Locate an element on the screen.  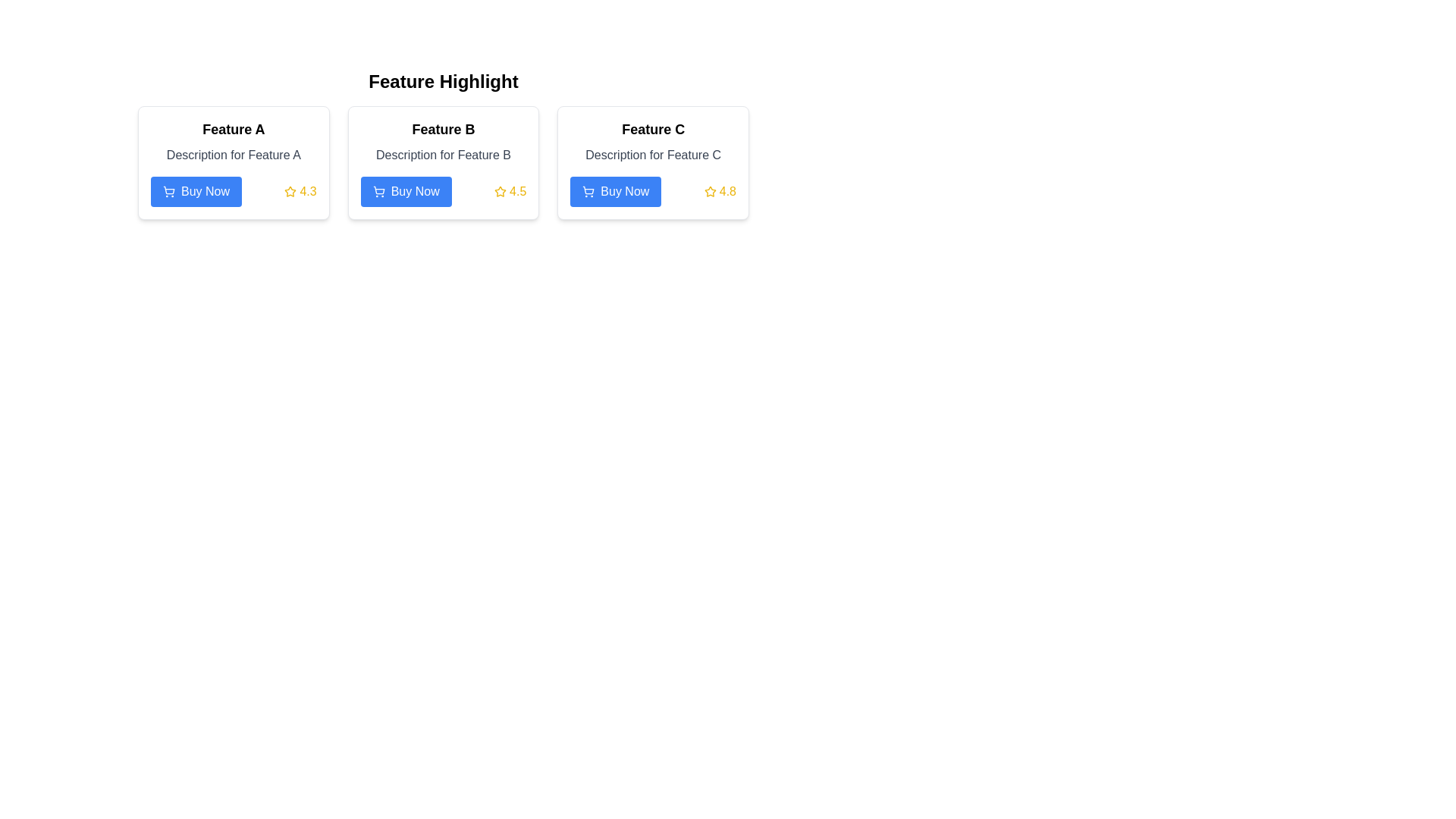
keyboard navigation is located at coordinates (406, 191).